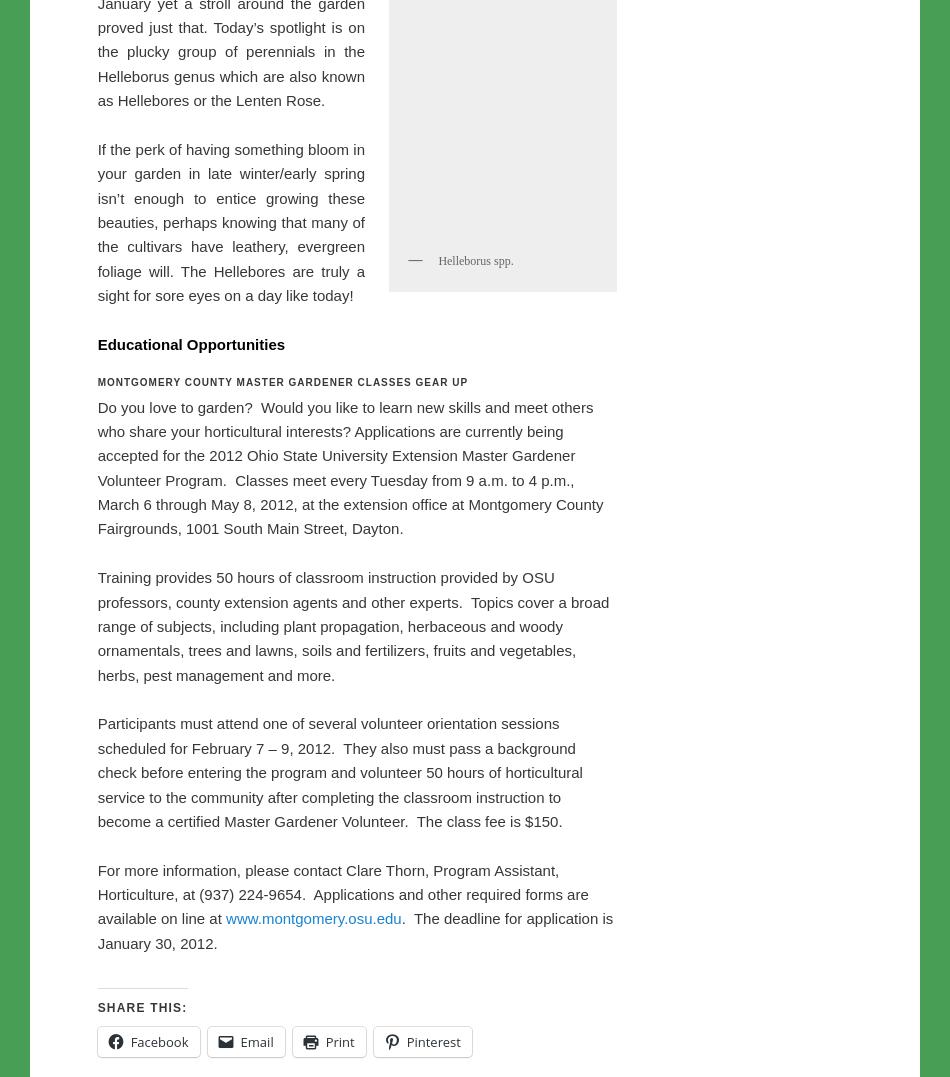 The image size is (950, 1077). I want to click on 'Print', so click(338, 49).